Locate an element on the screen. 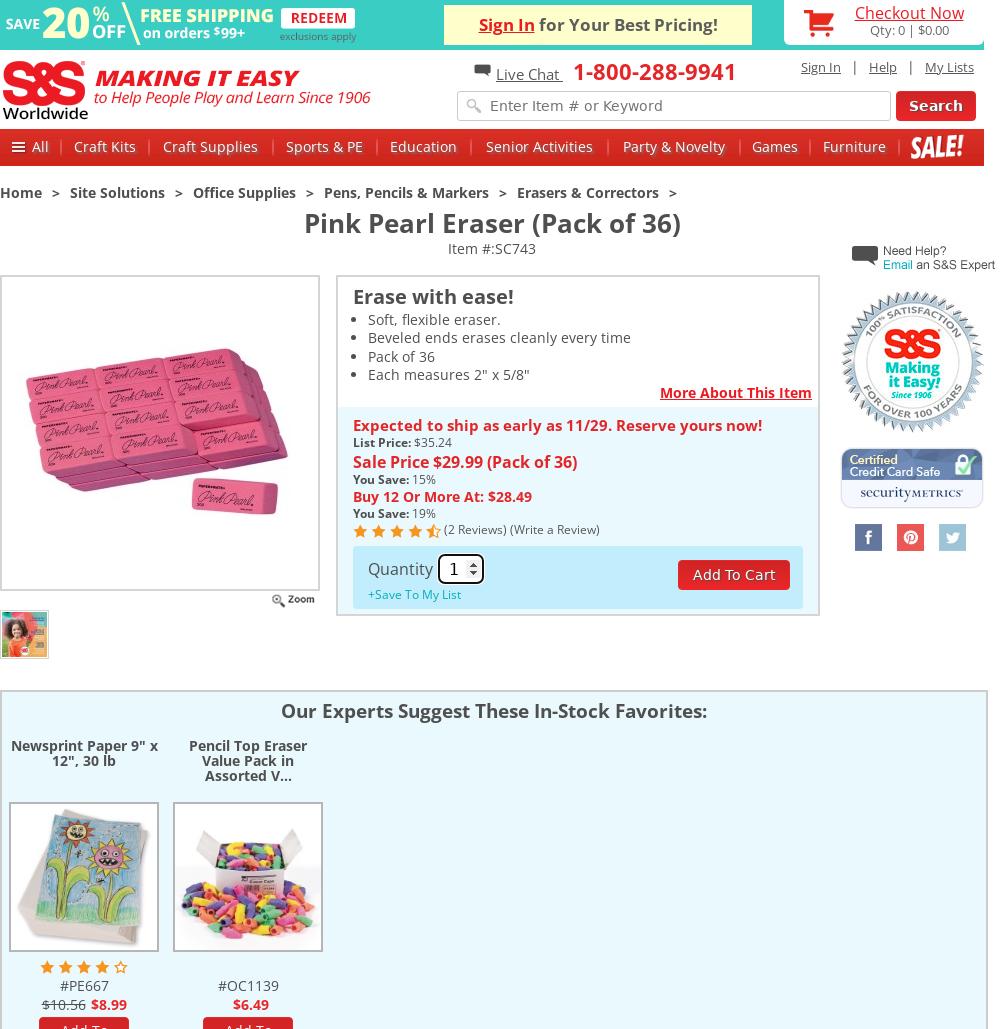 The image size is (1008, 1029). 'Craft Supplies' is located at coordinates (210, 145).